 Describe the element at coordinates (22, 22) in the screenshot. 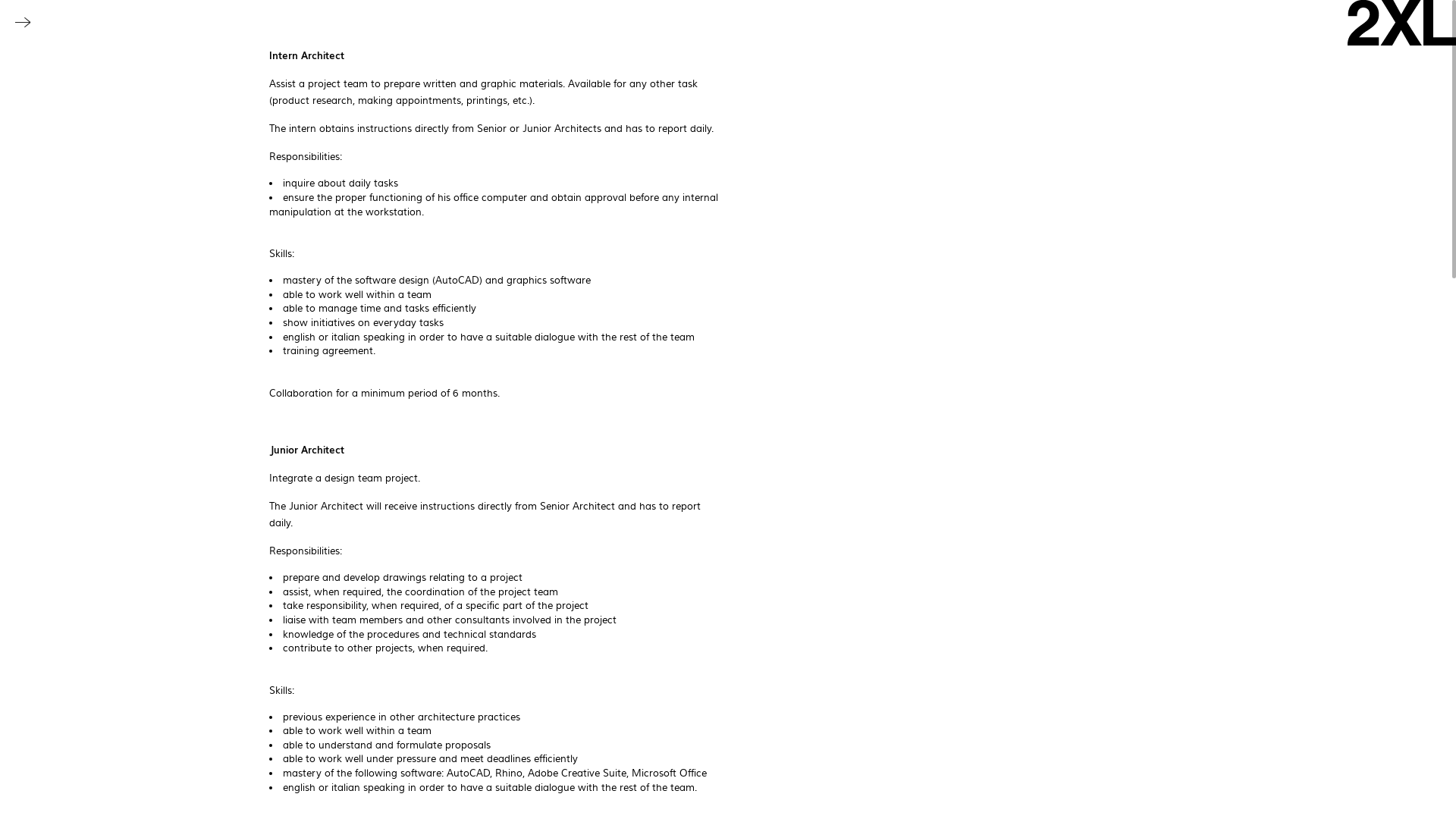

I see `'Toggle navigation'` at that location.